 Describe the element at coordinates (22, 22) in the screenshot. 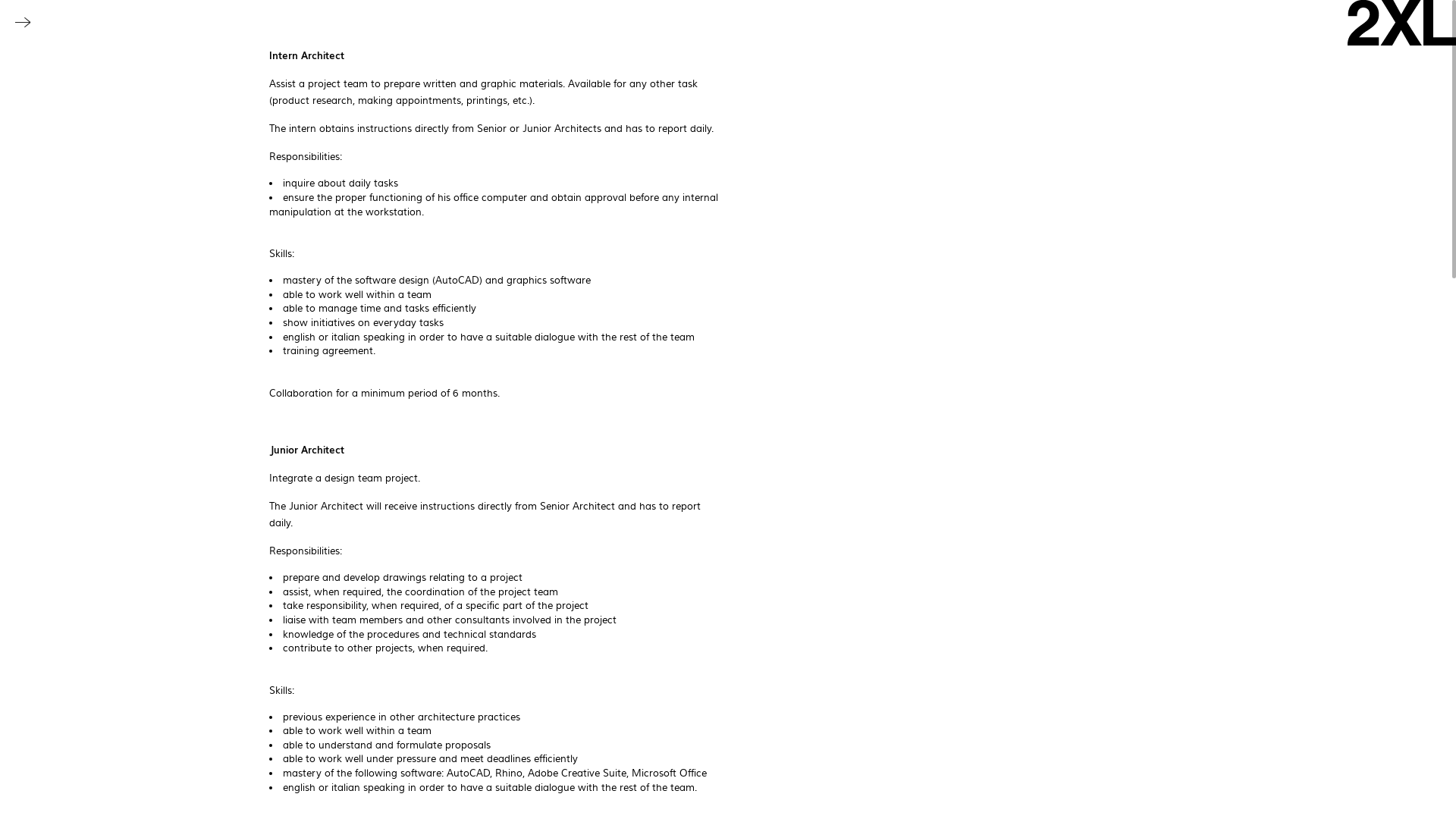

I see `'Toggle navigation'` at that location.